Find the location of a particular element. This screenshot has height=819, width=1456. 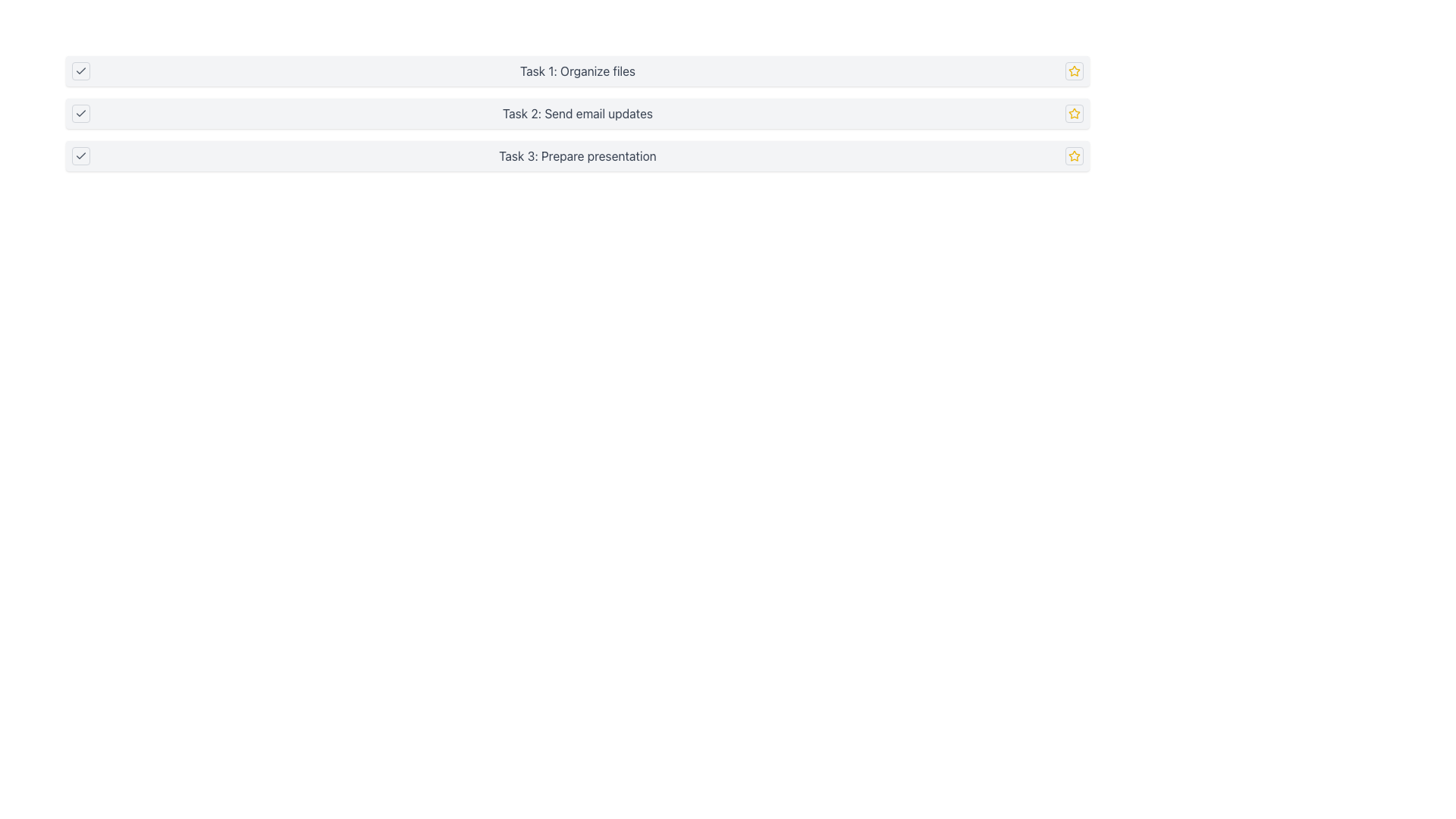

the light yellow star icon located near the right edge of the third row in the vertical list of tasks is located at coordinates (1073, 155).